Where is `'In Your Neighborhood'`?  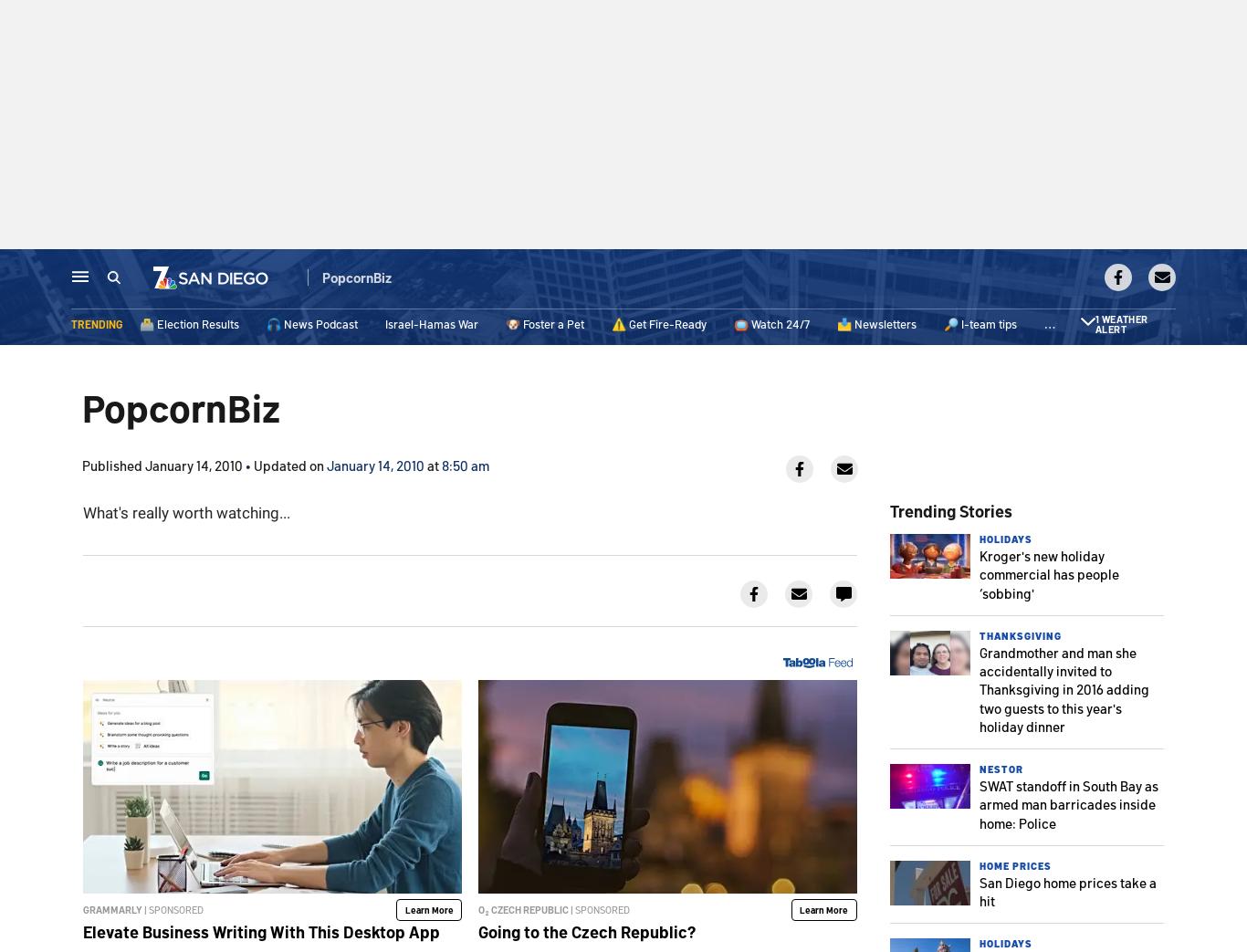
'In Your Neighborhood' is located at coordinates (781, 279).